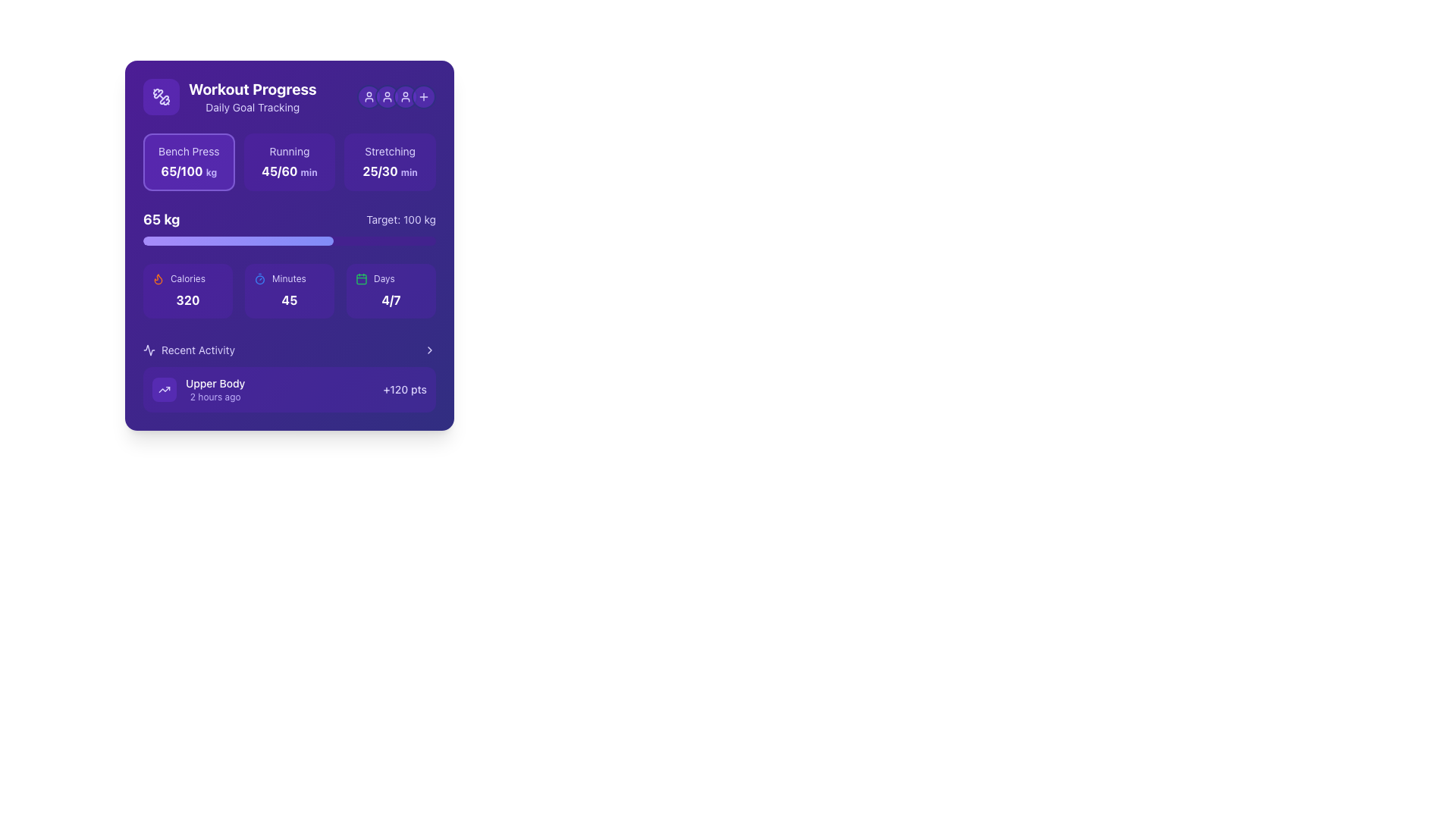  Describe the element at coordinates (369, 96) in the screenshot. I see `the user-related icon button located at the top-right corner, adjacent to the 'Workout Progress' header` at that location.